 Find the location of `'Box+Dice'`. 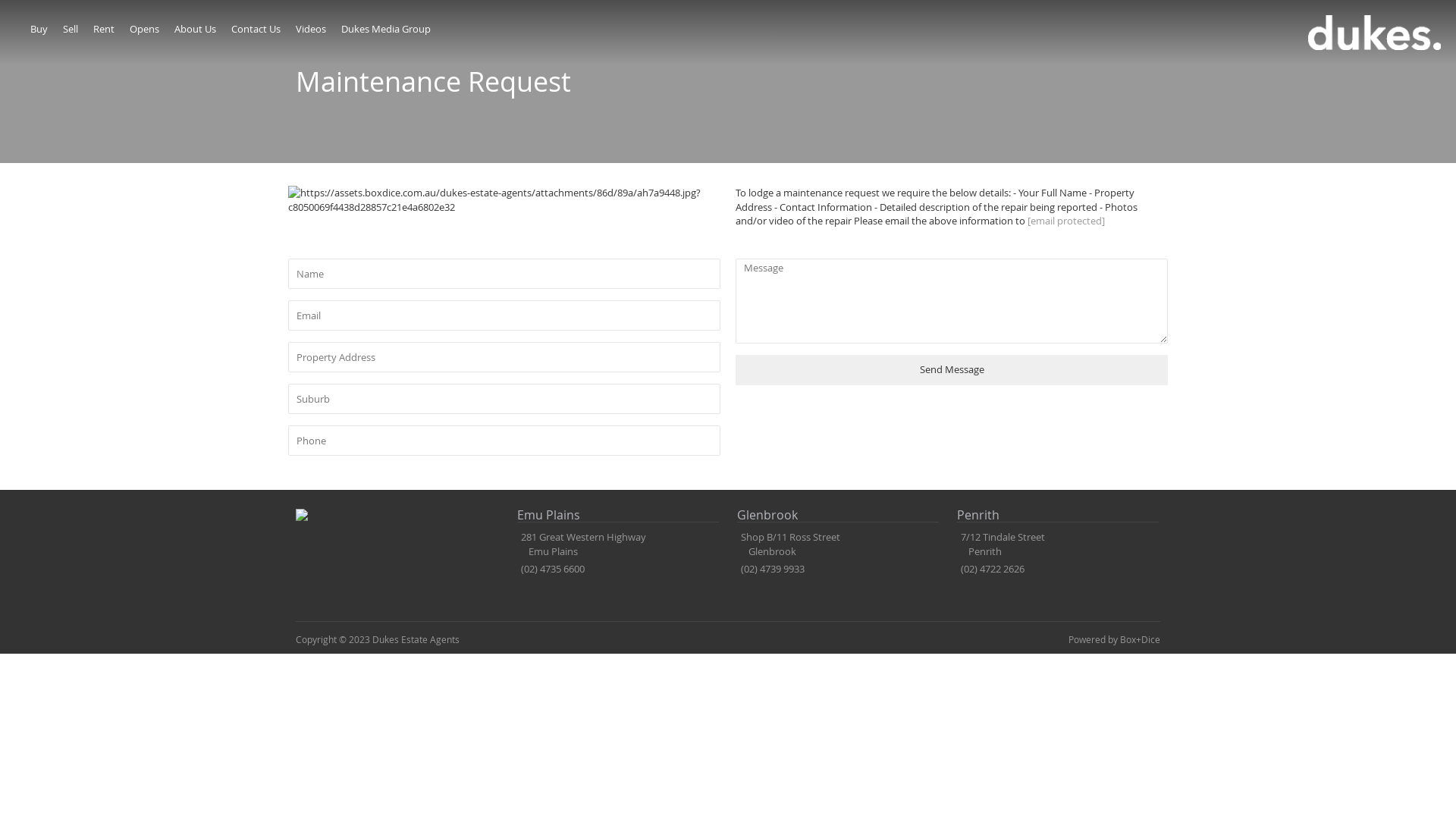

'Box+Dice' is located at coordinates (1140, 639).